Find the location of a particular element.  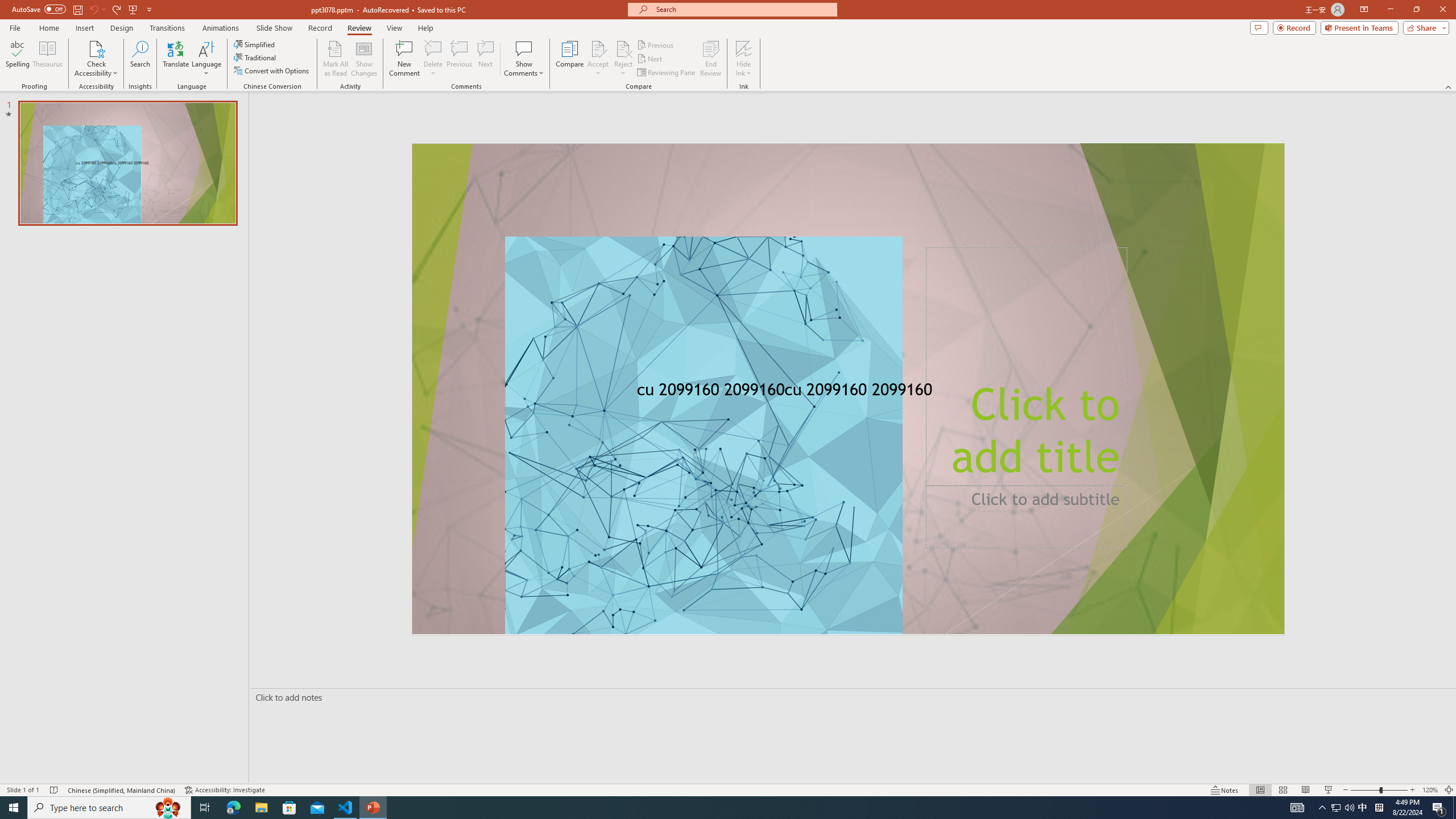

'End Review' is located at coordinates (710, 59).